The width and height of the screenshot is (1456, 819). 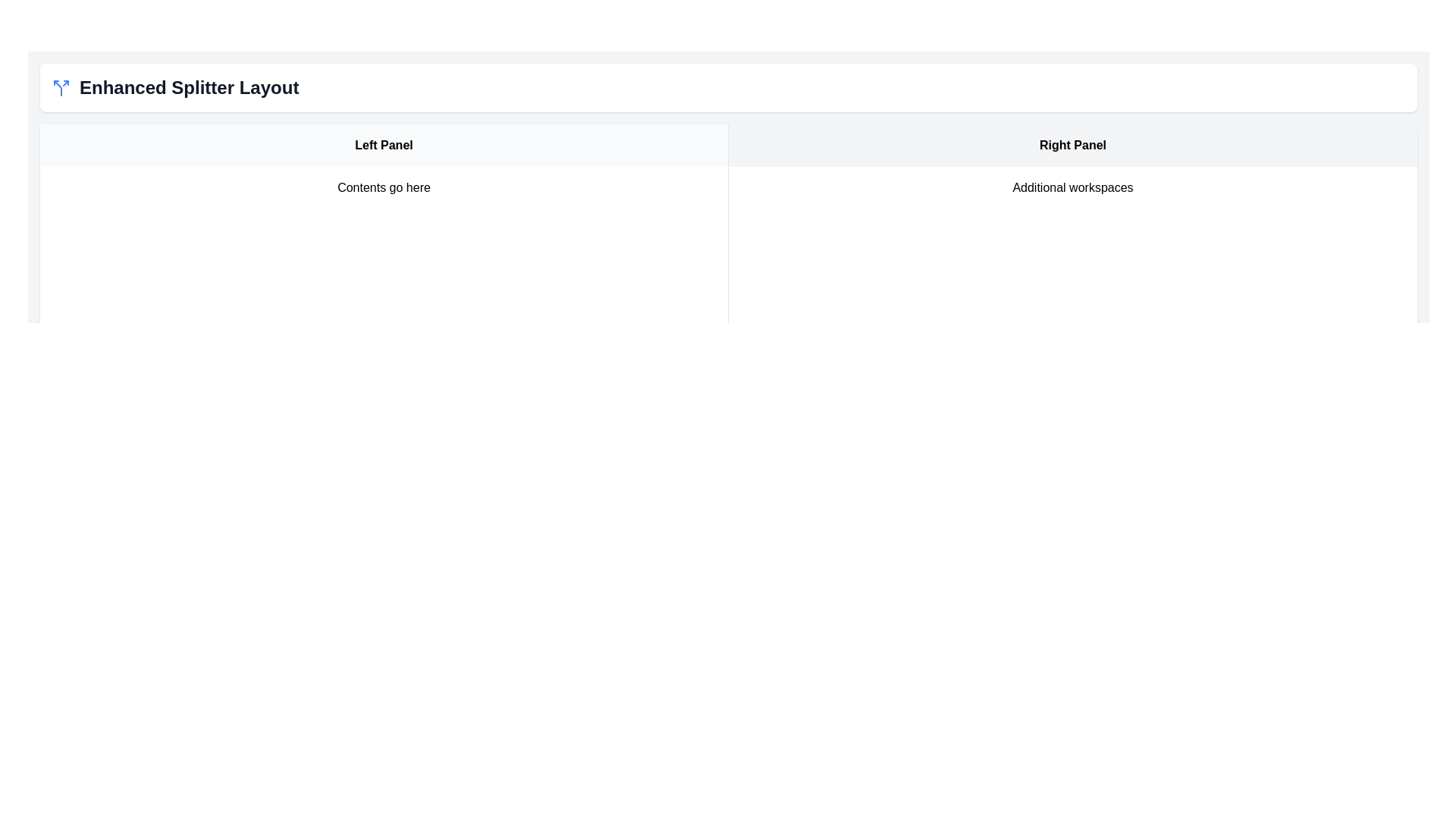 What do you see at coordinates (61, 87) in the screenshot?
I see `the blue 'Y' split icon located on the left side of the header titled 'Enhanced Splitter Layout'` at bounding box center [61, 87].